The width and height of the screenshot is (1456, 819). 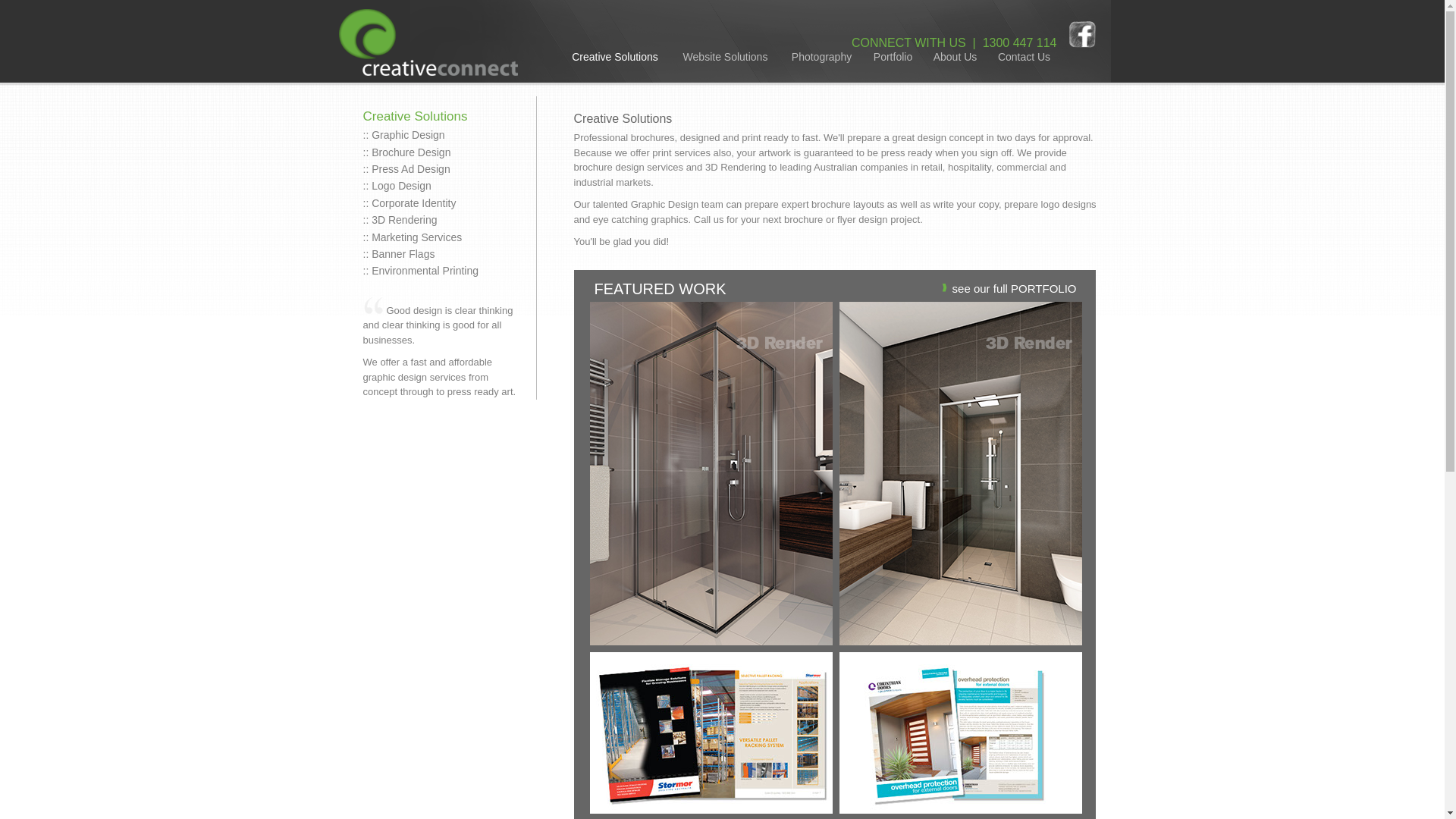 What do you see at coordinates (406, 169) in the screenshot?
I see `':: Press Ad Design'` at bounding box center [406, 169].